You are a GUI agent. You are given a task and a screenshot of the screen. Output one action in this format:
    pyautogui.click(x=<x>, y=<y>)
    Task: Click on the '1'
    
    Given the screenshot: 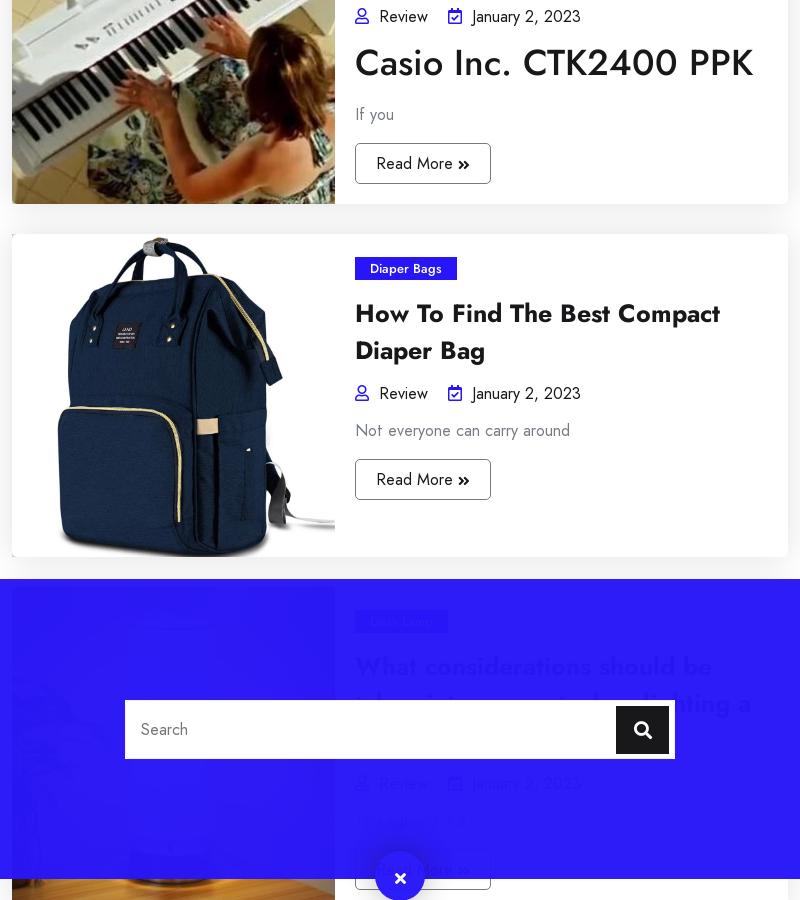 What is the action you would take?
    pyautogui.click(x=45, y=119)
    